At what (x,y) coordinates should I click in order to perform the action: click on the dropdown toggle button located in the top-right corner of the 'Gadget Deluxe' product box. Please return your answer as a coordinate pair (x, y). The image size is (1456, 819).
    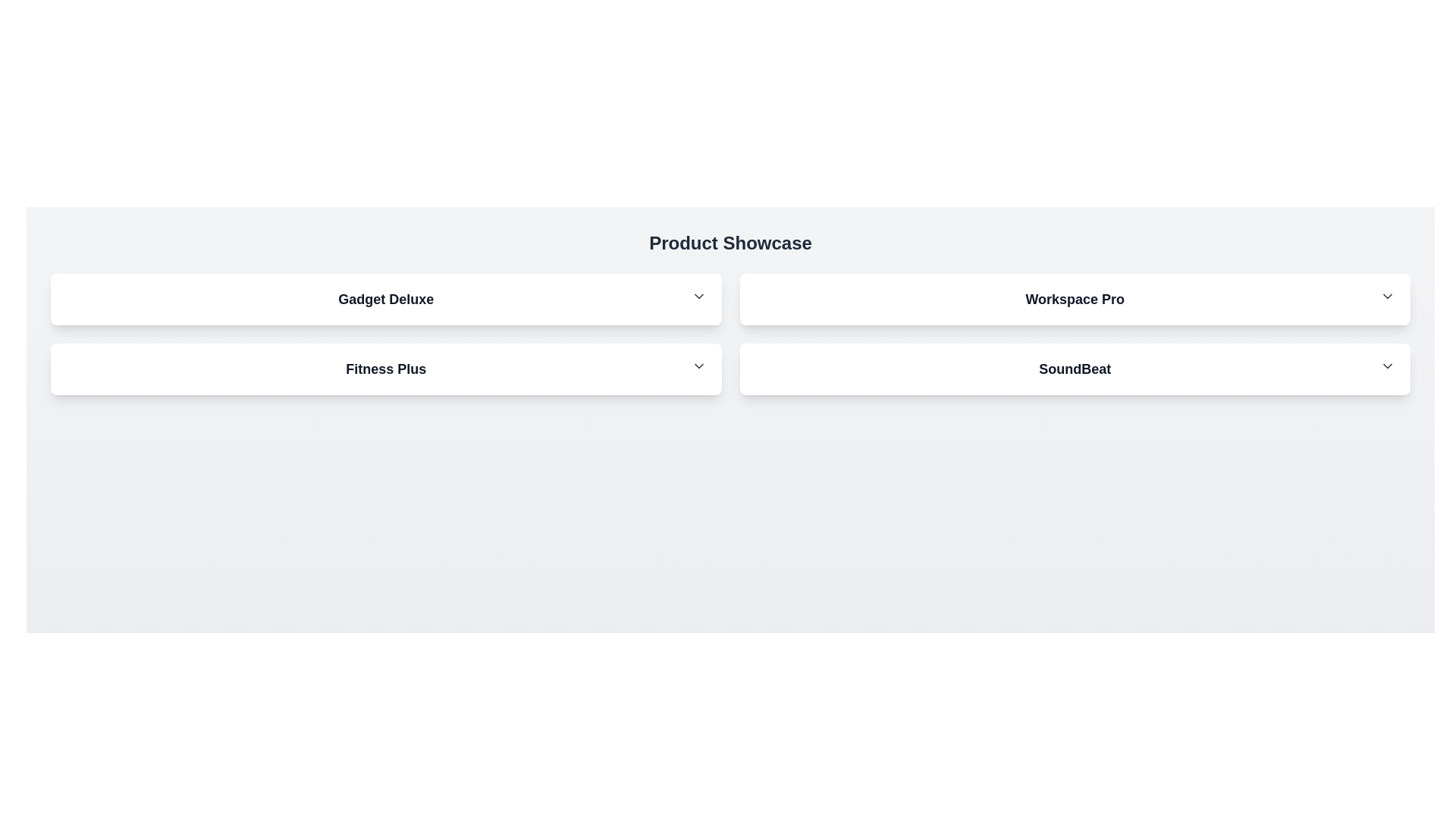
    Looking at the image, I should click on (698, 296).